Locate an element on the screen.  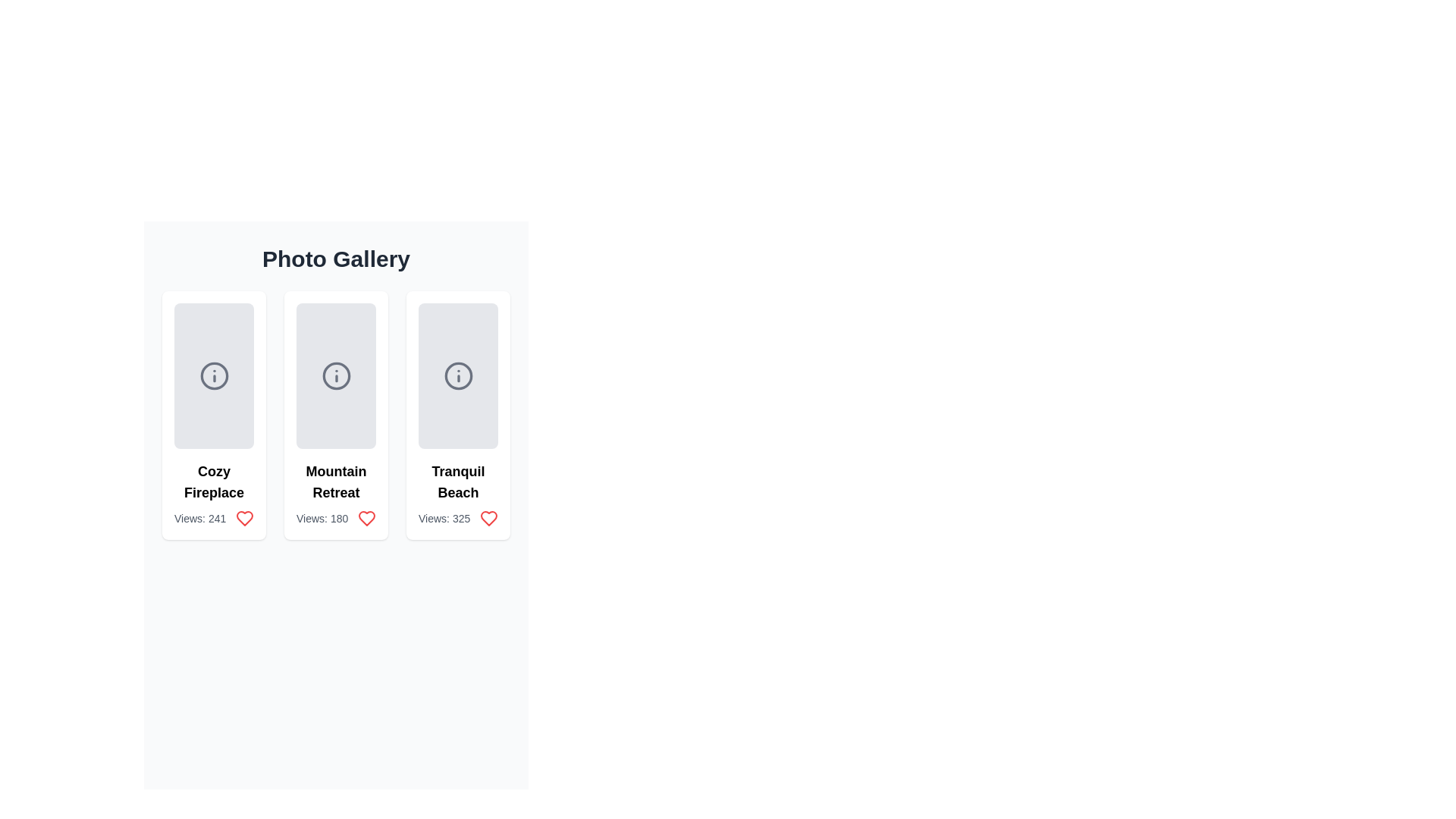
the circular boundary of the 'info' icon located in the 'Mountain Retreat' card is located at coordinates (335, 375).